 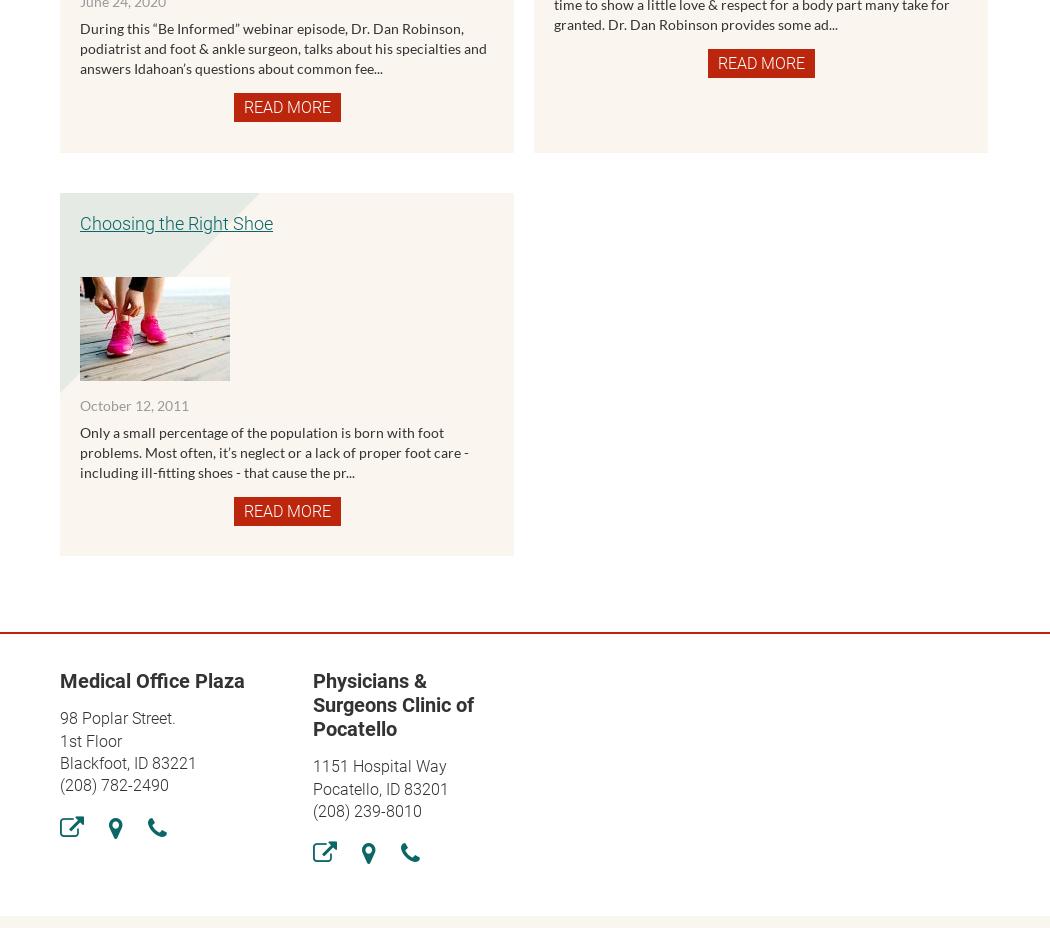 I want to click on '(208) 782-2490', so click(x=113, y=784).